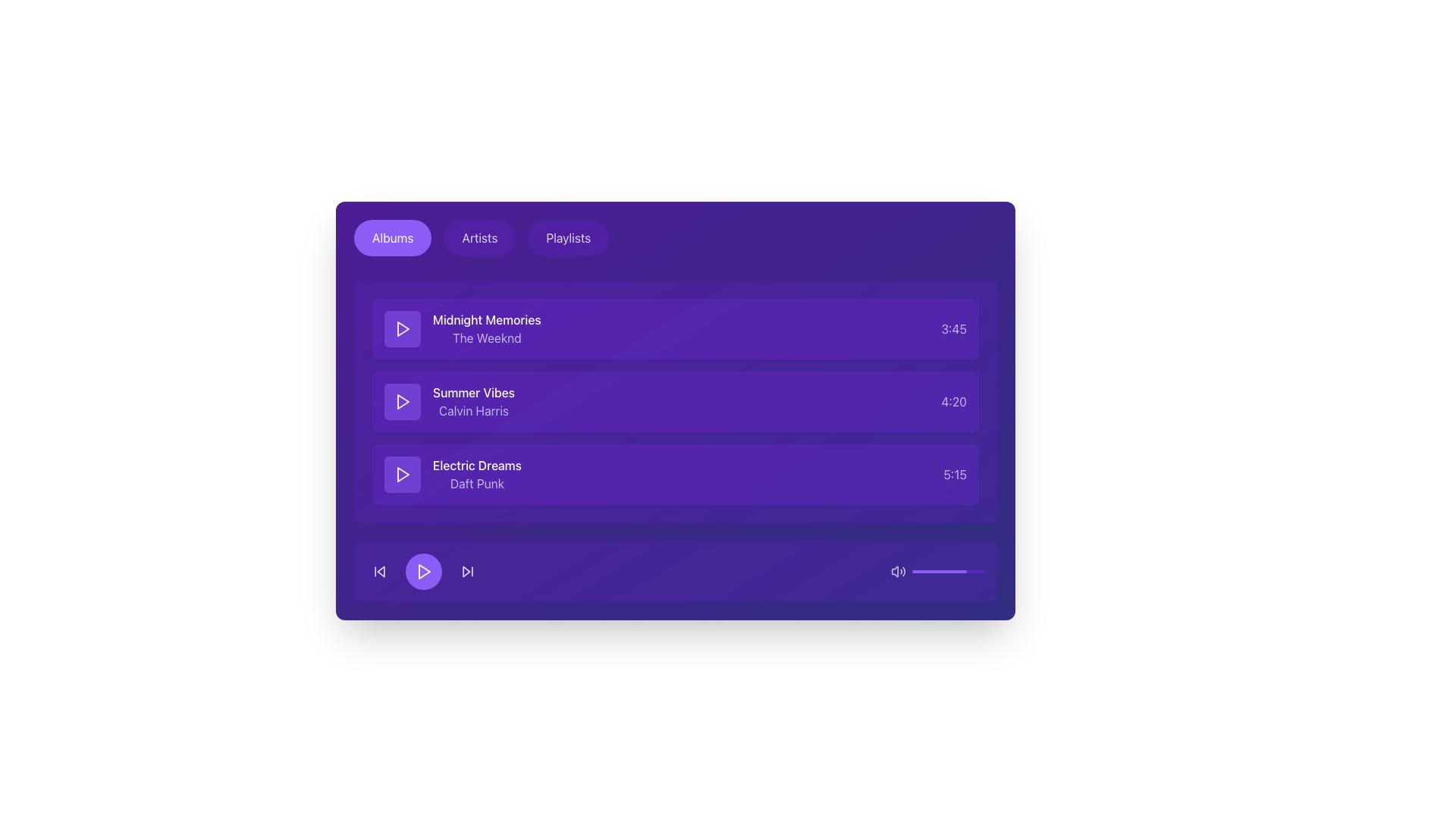 The image size is (1456, 819). I want to click on the circular play button located in the third row of the music player interface to play 'Electric Dreams' by 'Daft Punk', so click(403, 473).